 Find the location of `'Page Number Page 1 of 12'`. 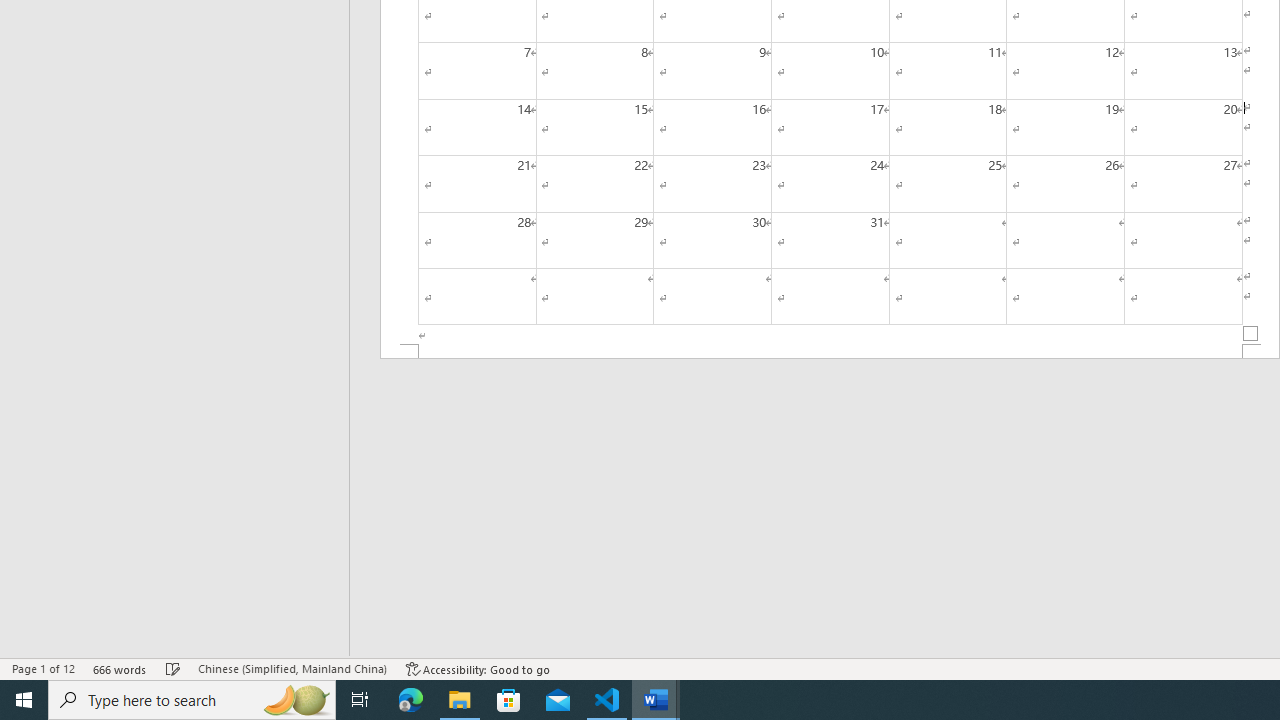

'Page Number Page 1 of 12' is located at coordinates (43, 669).